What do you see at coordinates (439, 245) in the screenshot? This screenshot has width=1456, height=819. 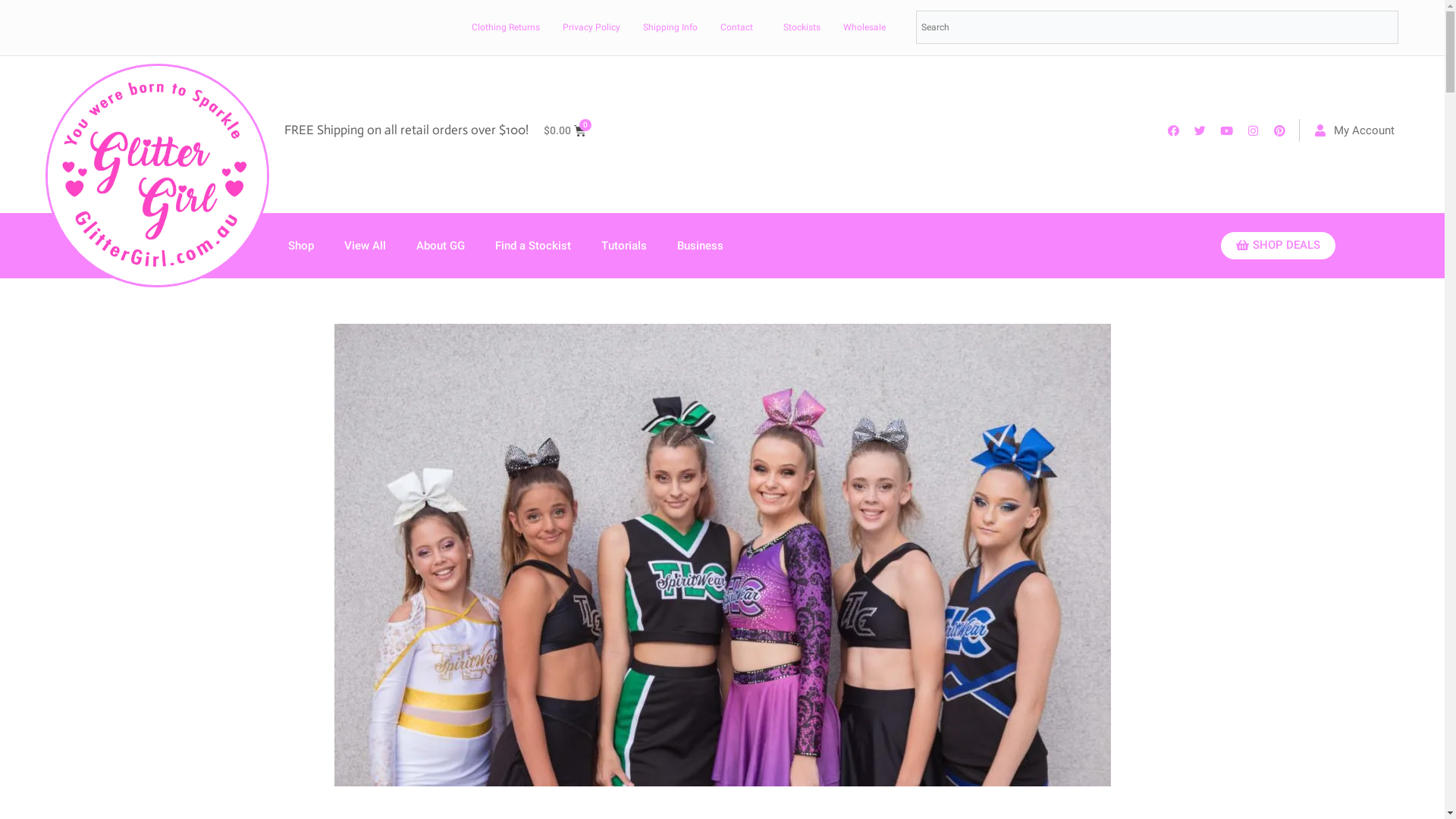 I see `'About GG'` at bounding box center [439, 245].